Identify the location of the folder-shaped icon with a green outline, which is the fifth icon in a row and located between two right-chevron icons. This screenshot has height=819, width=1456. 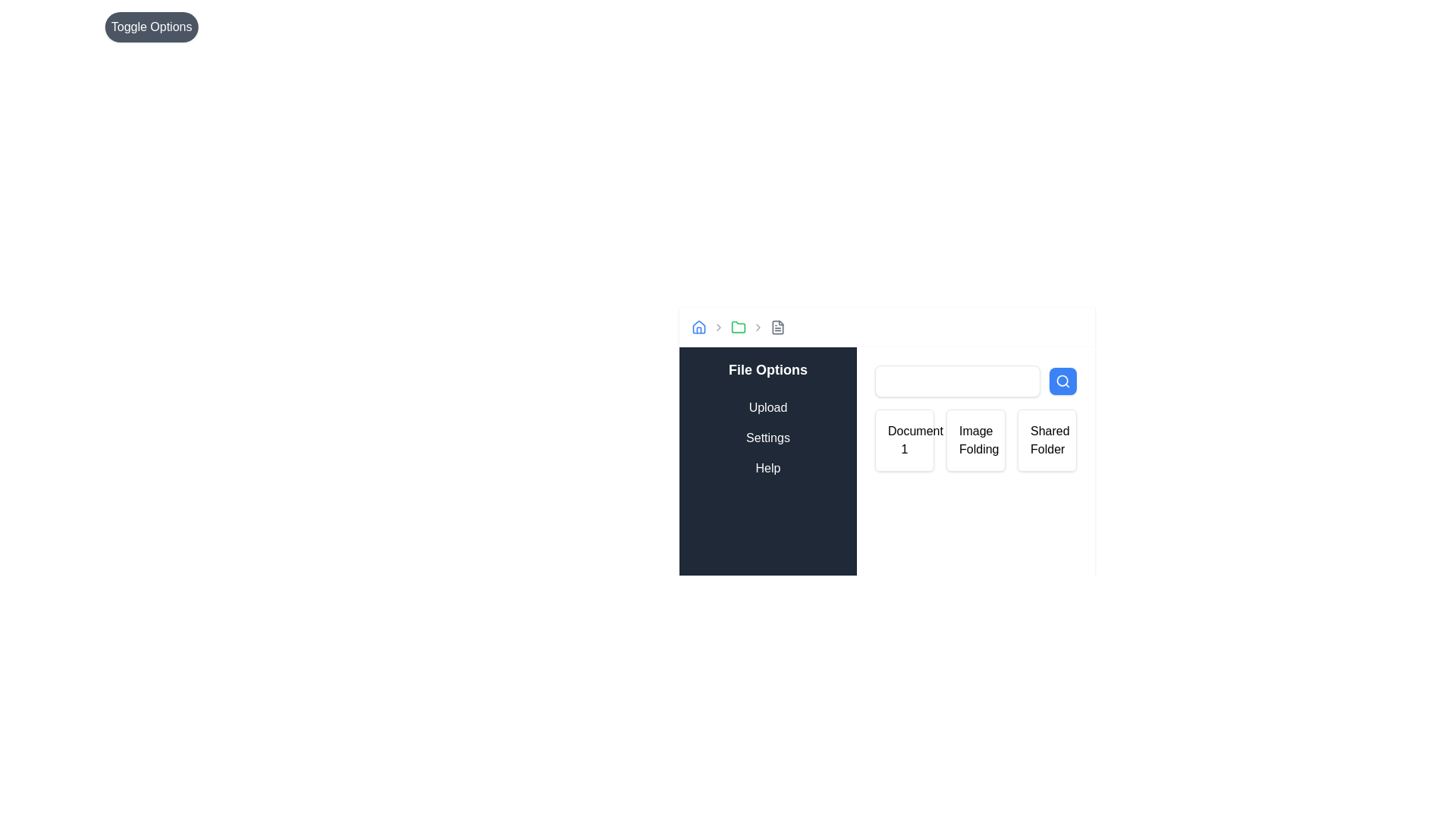
(739, 327).